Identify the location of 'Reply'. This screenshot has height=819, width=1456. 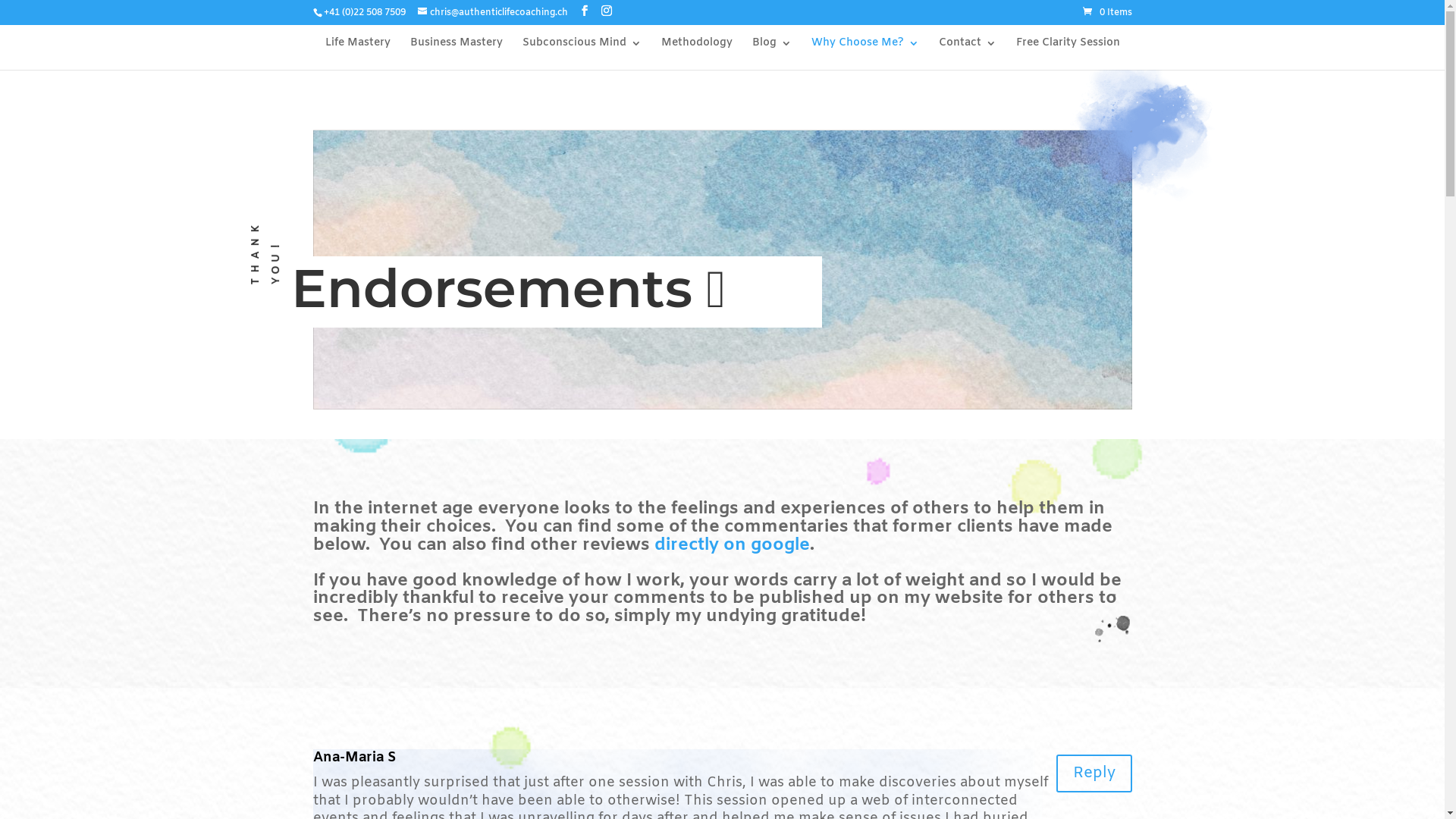
(1093, 773).